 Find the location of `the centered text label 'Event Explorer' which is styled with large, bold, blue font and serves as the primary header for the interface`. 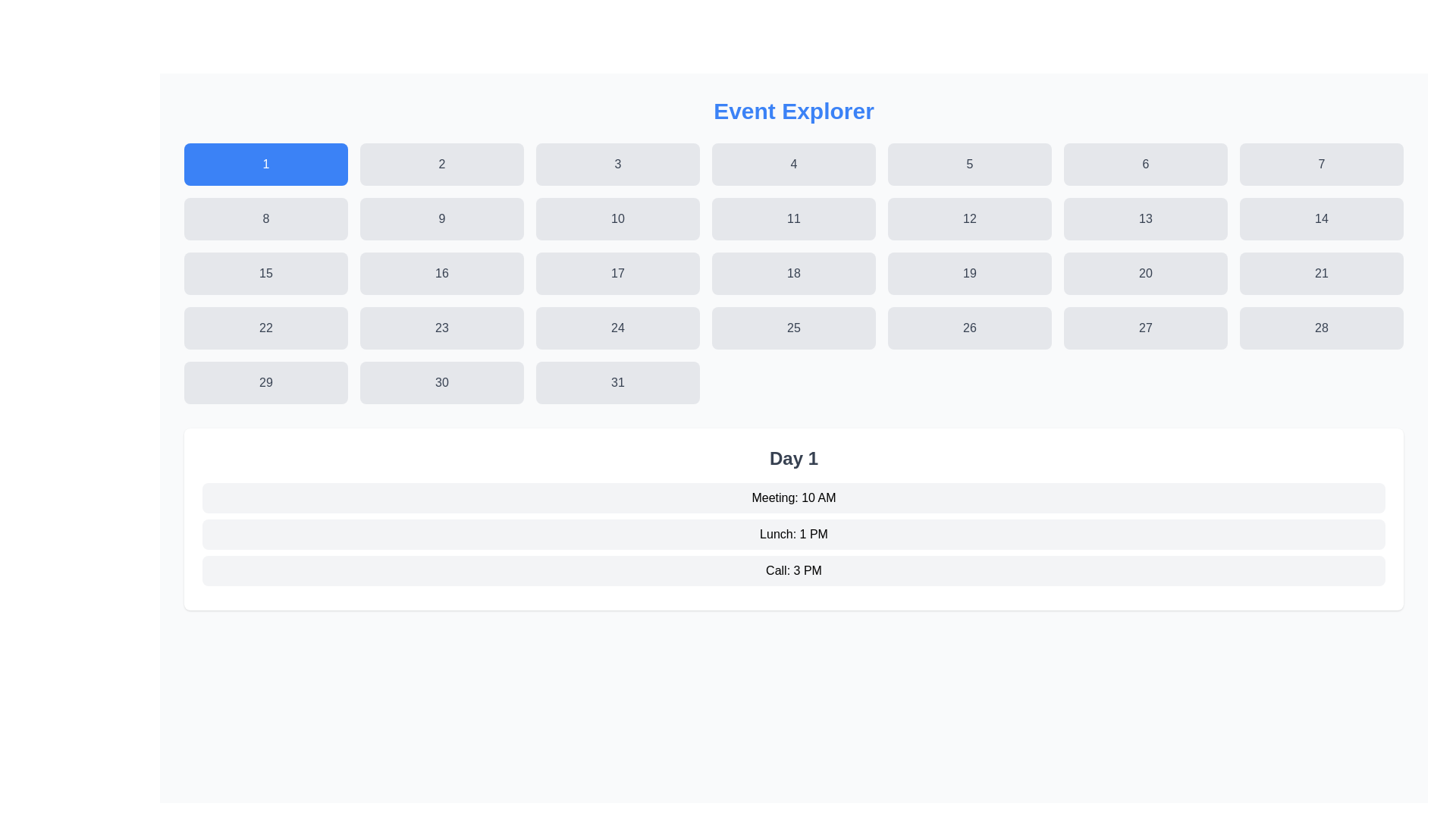

the centered text label 'Event Explorer' which is styled with large, bold, blue font and serves as the primary header for the interface is located at coordinates (792, 110).